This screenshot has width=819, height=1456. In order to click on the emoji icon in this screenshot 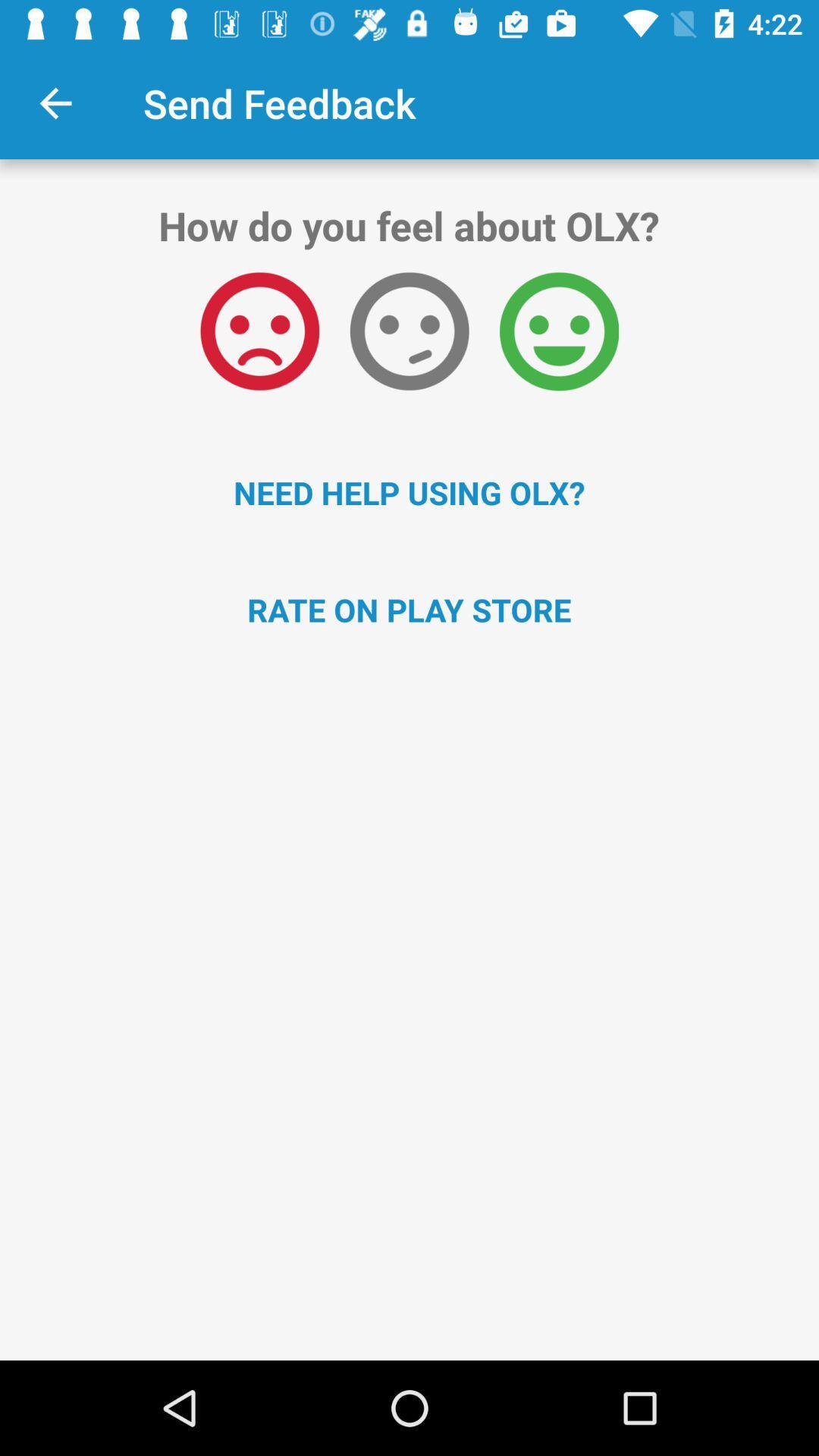, I will do `click(559, 331)`.